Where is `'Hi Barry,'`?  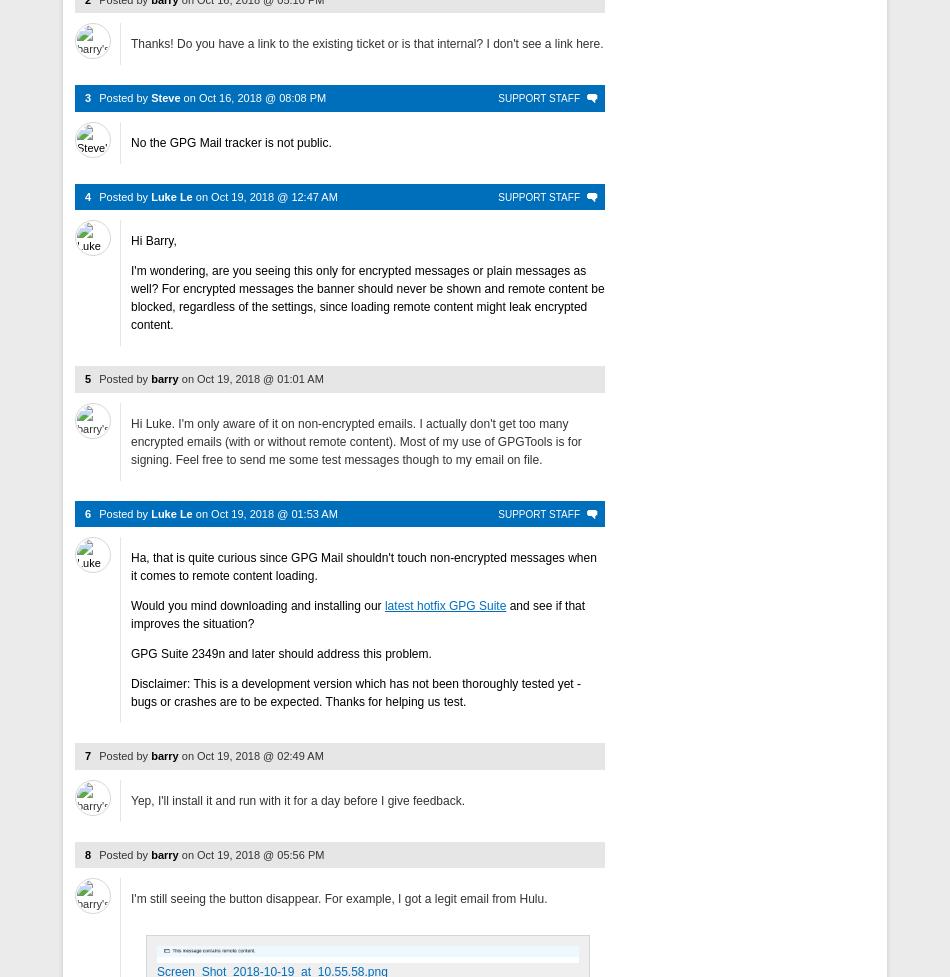
'Hi Barry,' is located at coordinates (153, 240).